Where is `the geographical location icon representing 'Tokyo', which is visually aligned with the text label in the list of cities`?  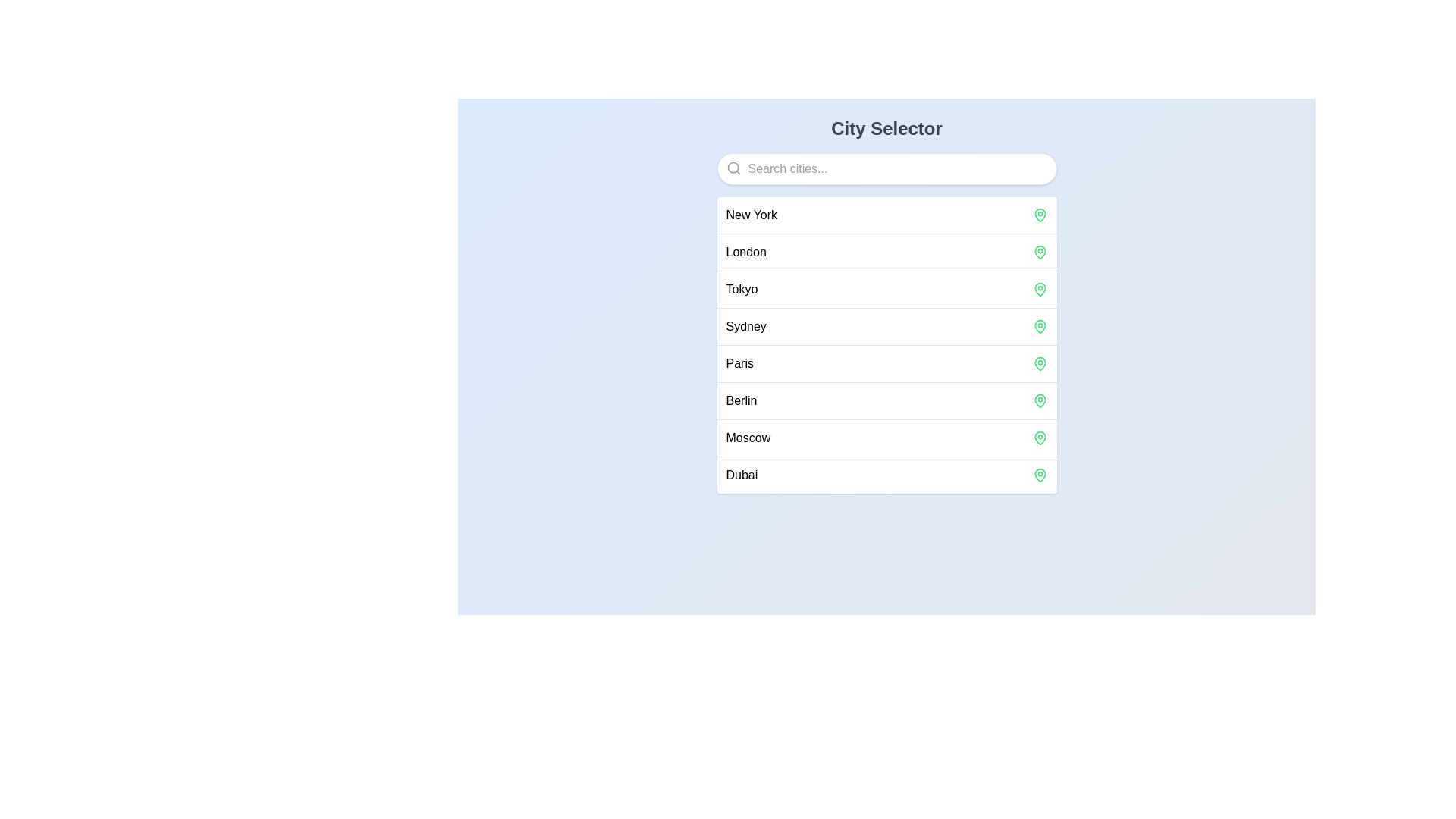 the geographical location icon representing 'Tokyo', which is visually aligned with the text label in the list of cities is located at coordinates (1039, 289).